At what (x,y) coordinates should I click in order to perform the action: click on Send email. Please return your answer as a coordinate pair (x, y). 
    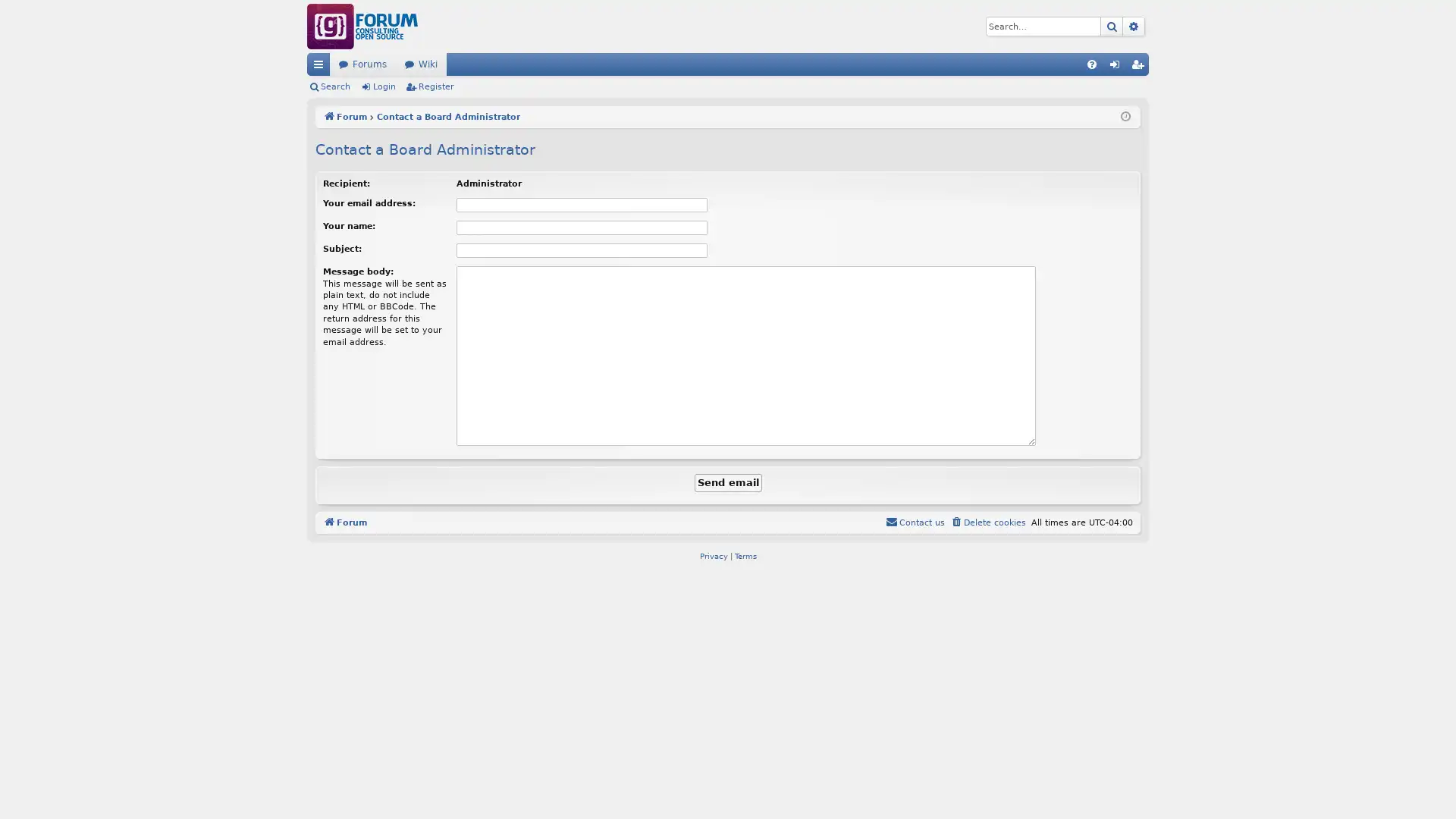
    Looking at the image, I should click on (726, 482).